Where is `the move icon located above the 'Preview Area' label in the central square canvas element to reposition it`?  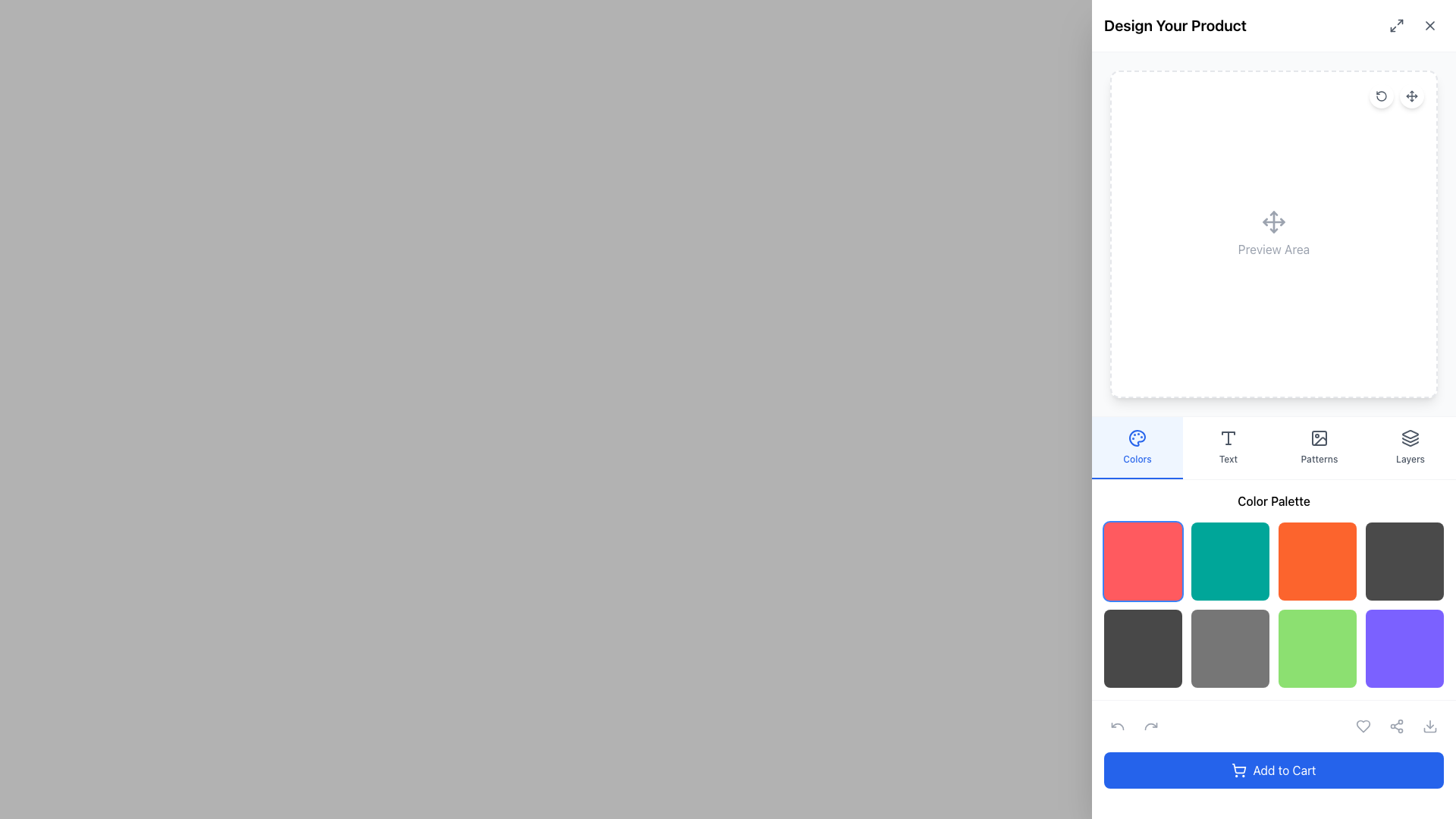
the move icon located above the 'Preview Area' label in the central square canvas element to reposition it is located at coordinates (1274, 234).